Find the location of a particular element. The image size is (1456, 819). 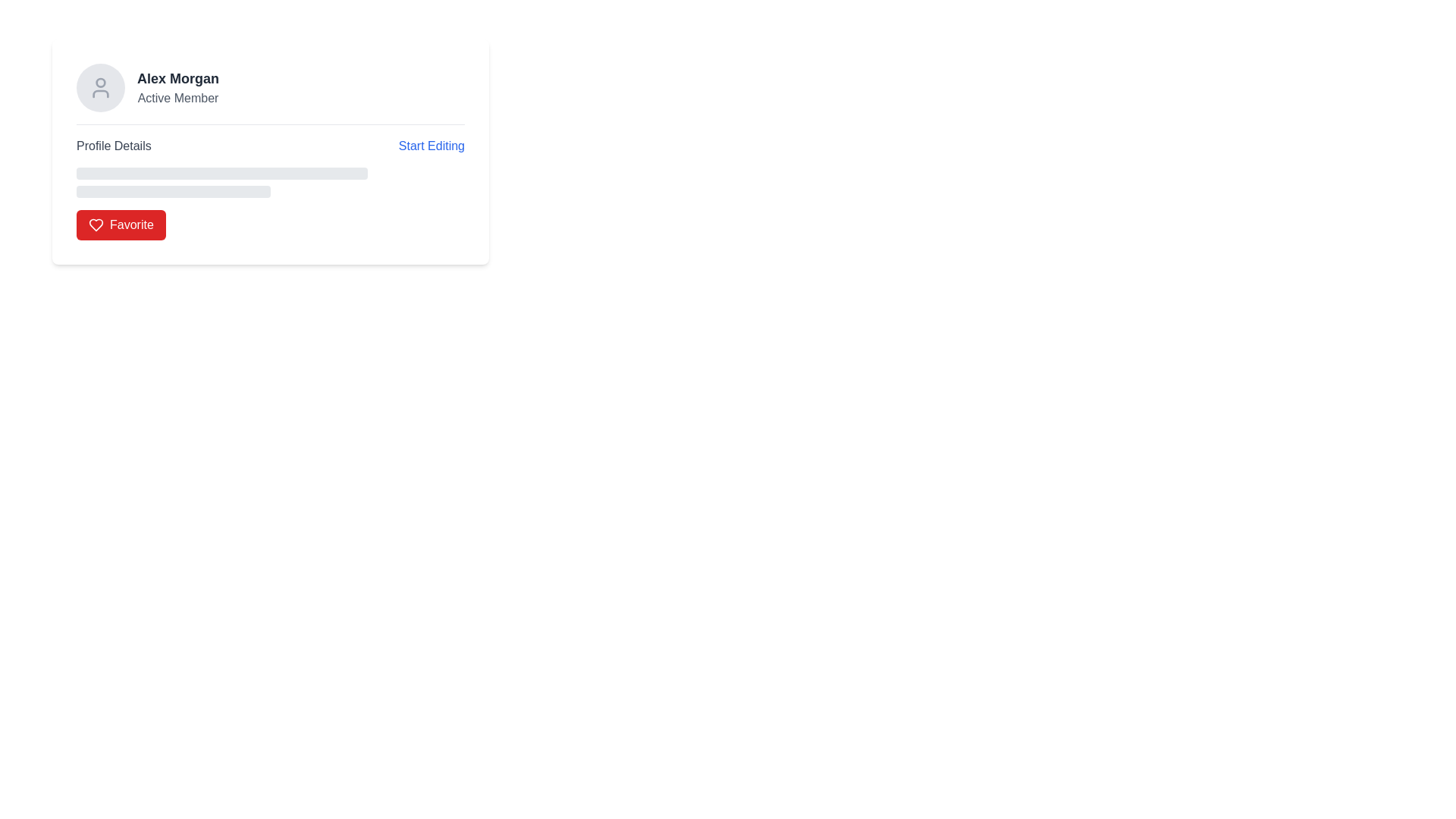

the 'Favorite' icon located within the red button labeled 'Favorite' is located at coordinates (95, 225).